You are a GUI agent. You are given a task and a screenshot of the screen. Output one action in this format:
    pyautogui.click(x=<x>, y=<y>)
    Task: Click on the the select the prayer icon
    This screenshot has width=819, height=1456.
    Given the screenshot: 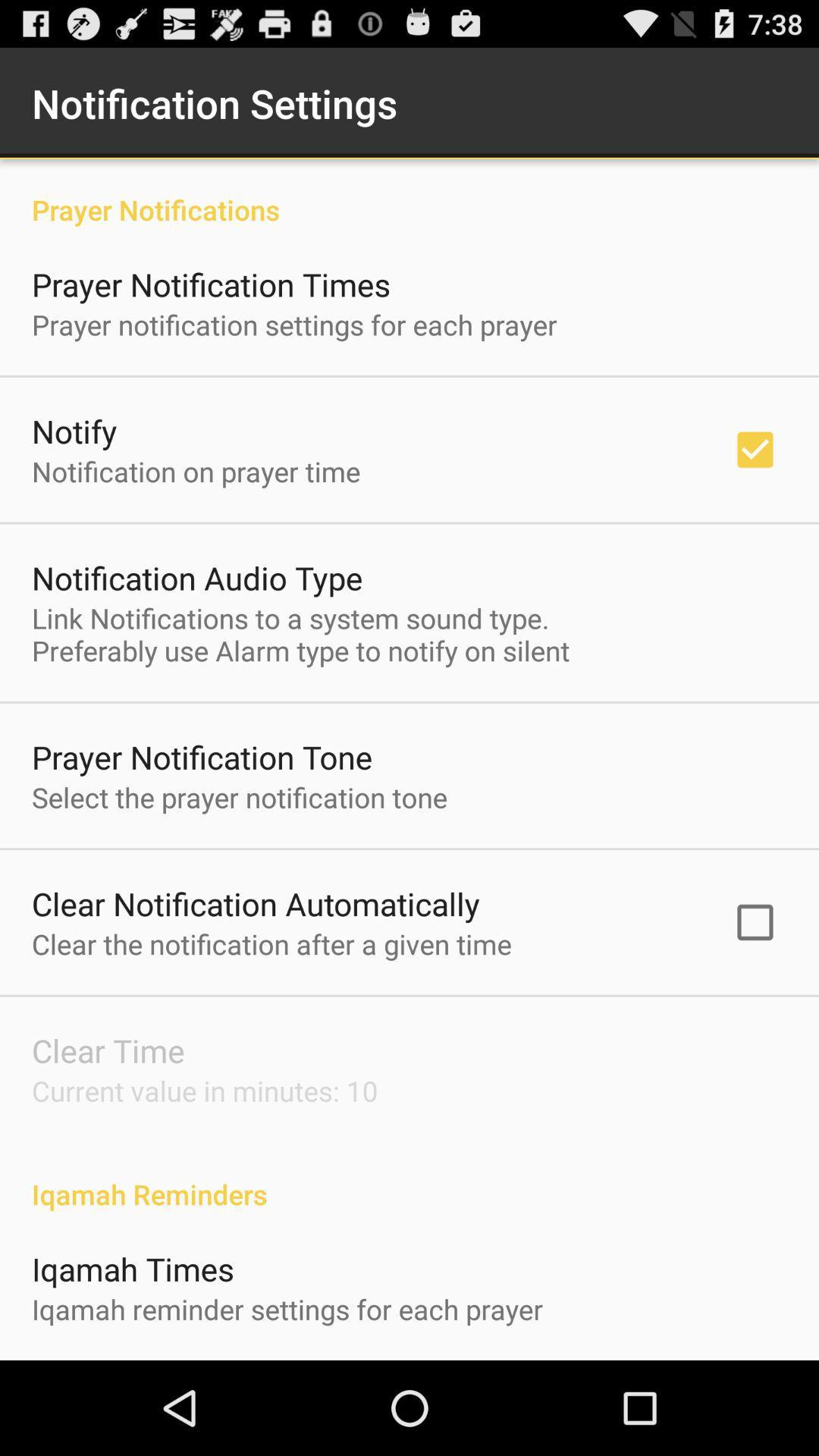 What is the action you would take?
    pyautogui.click(x=239, y=796)
    